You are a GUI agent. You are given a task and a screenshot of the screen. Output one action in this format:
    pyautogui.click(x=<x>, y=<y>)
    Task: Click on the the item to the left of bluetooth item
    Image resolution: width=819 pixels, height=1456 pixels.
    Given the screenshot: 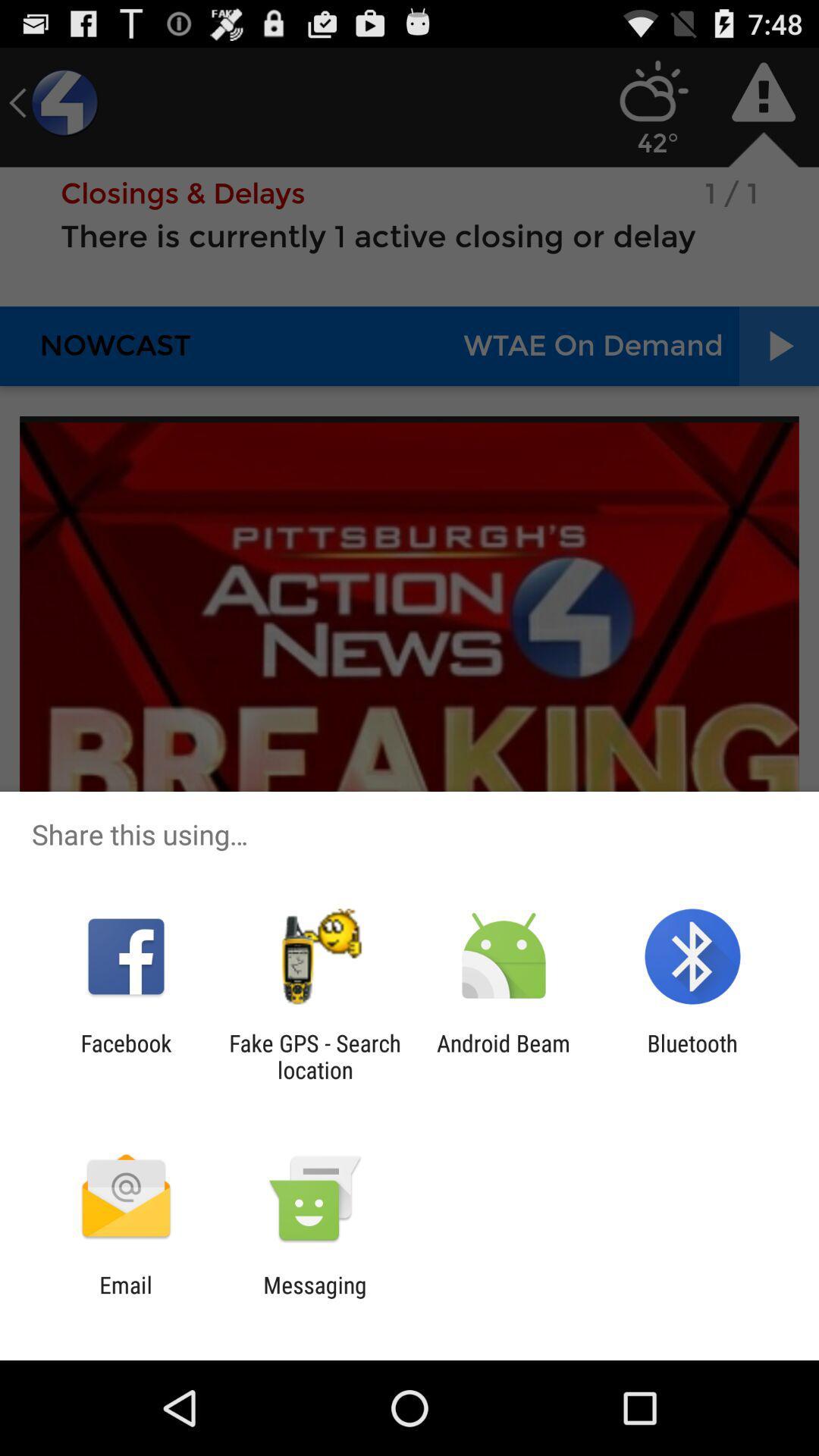 What is the action you would take?
    pyautogui.click(x=504, y=1056)
    